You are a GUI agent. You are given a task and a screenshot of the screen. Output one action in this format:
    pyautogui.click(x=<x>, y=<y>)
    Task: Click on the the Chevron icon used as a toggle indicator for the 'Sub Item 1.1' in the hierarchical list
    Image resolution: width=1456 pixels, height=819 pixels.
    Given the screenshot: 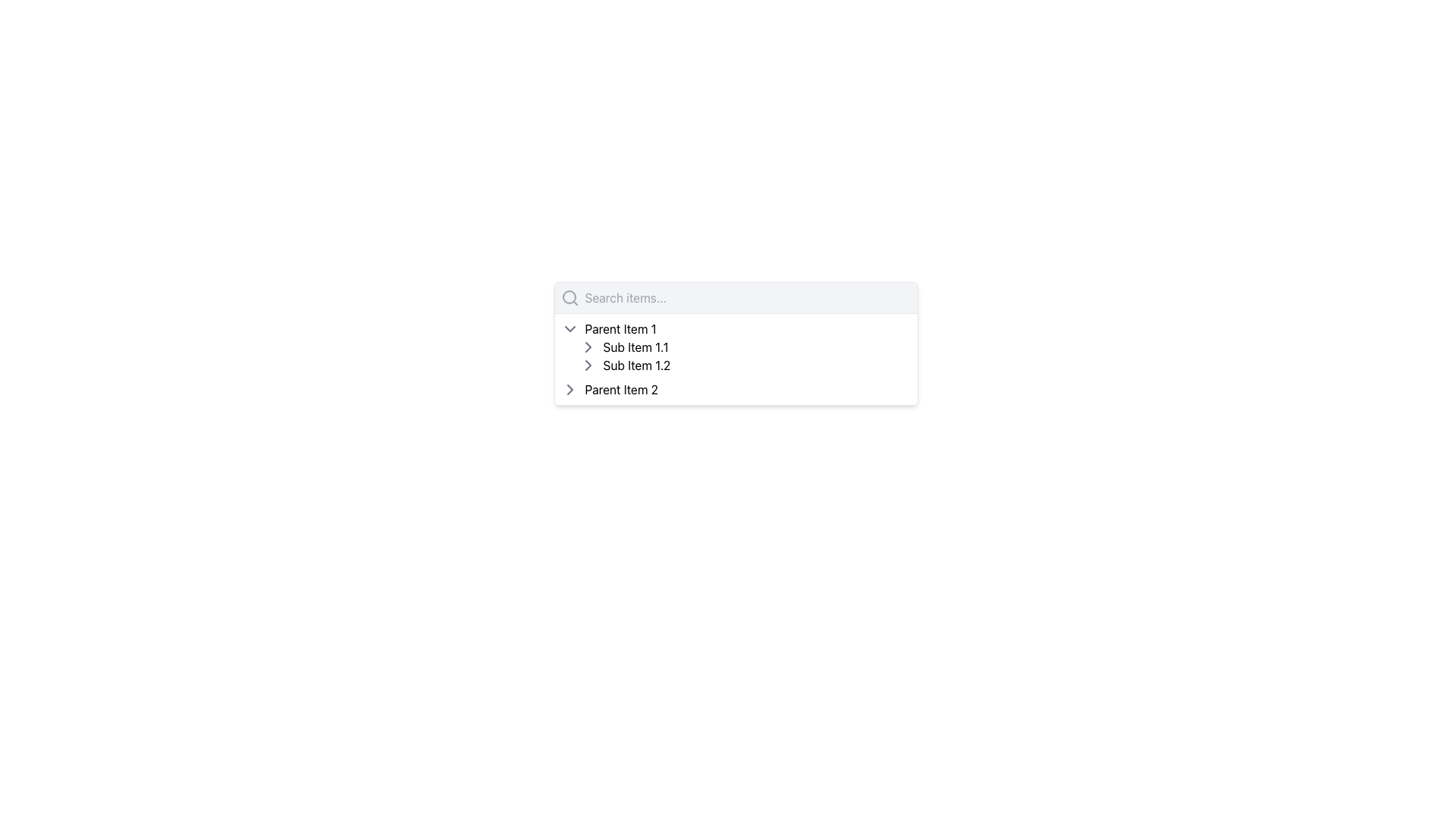 What is the action you would take?
    pyautogui.click(x=587, y=347)
    